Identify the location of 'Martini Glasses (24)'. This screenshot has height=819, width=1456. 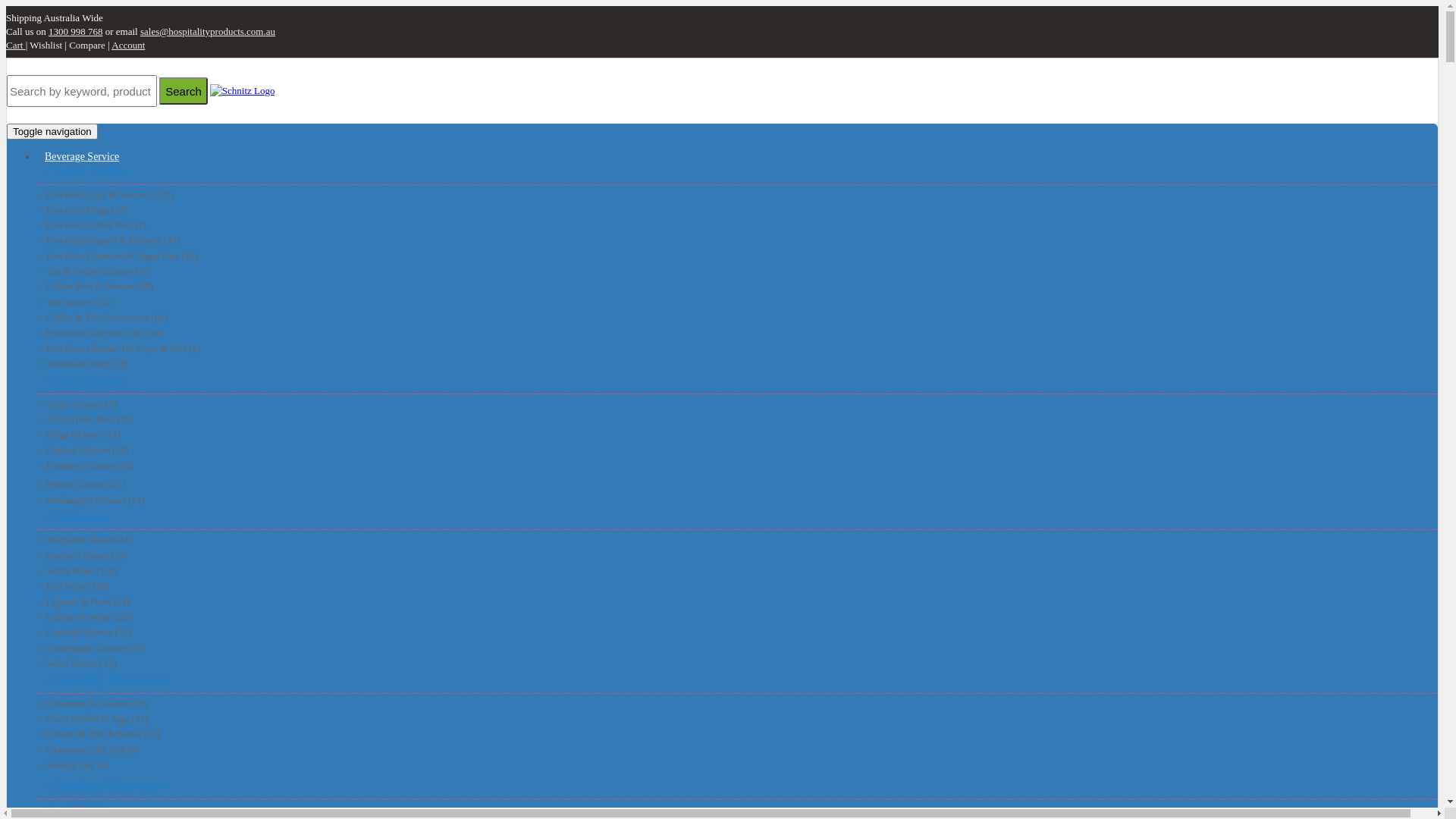
(39, 555).